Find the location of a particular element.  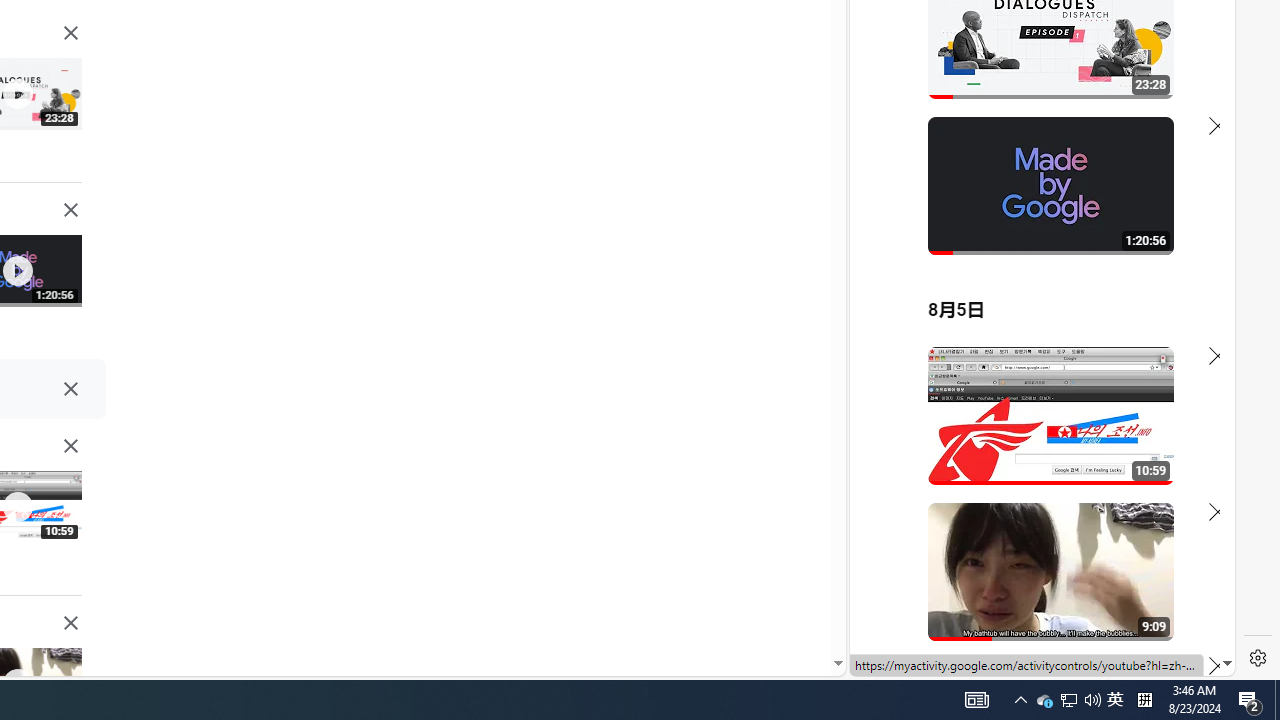

'Class: TjcpUd NMm5M' is located at coordinates (70, 622).